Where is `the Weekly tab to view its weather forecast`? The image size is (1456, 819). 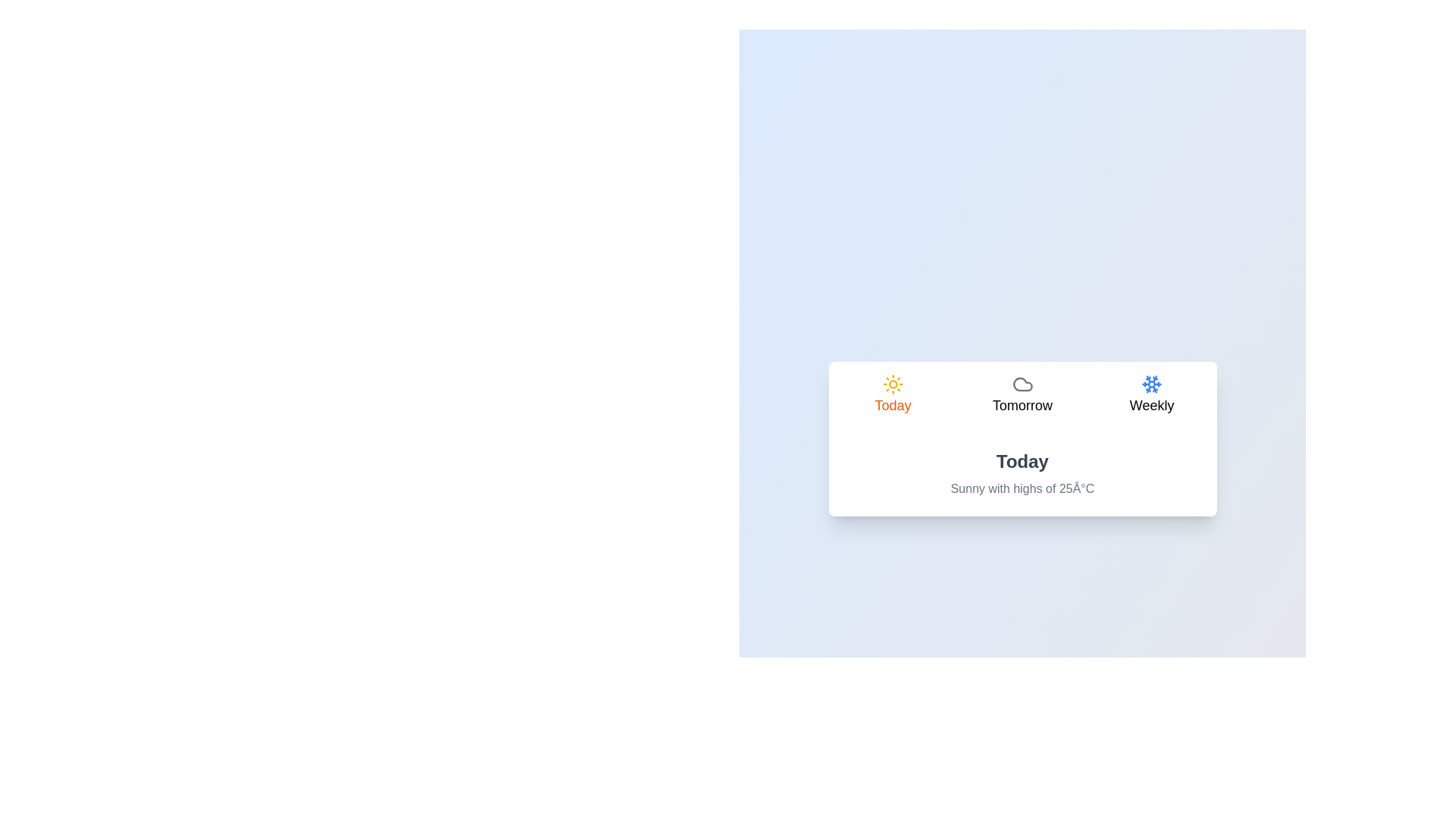
the Weekly tab to view its weather forecast is located at coordinates (1152, 396).